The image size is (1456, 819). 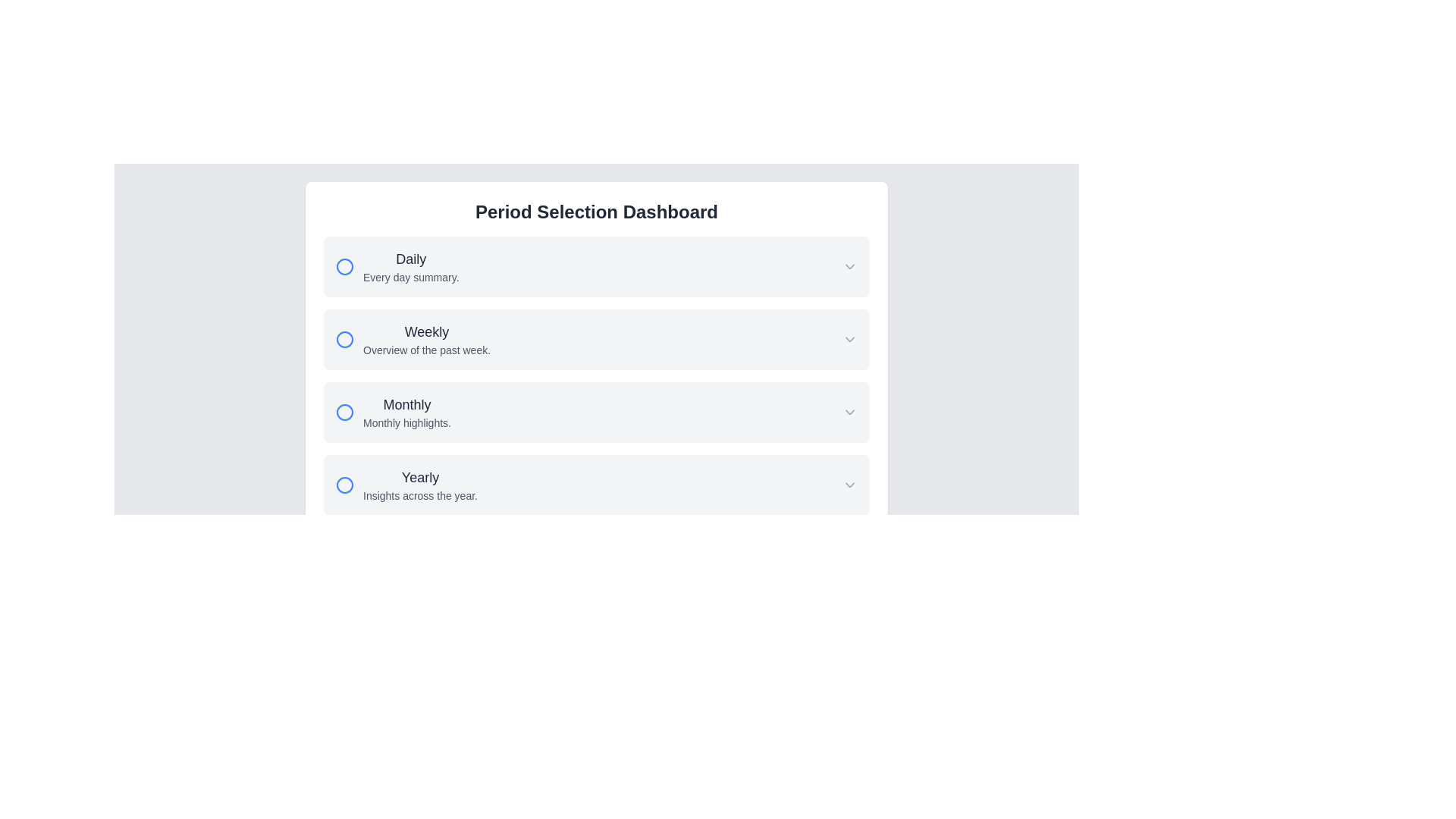 I want to click on the 'Weekly' selectable option in the 'Period Selection Dashboard', so click(x=596, y=357).